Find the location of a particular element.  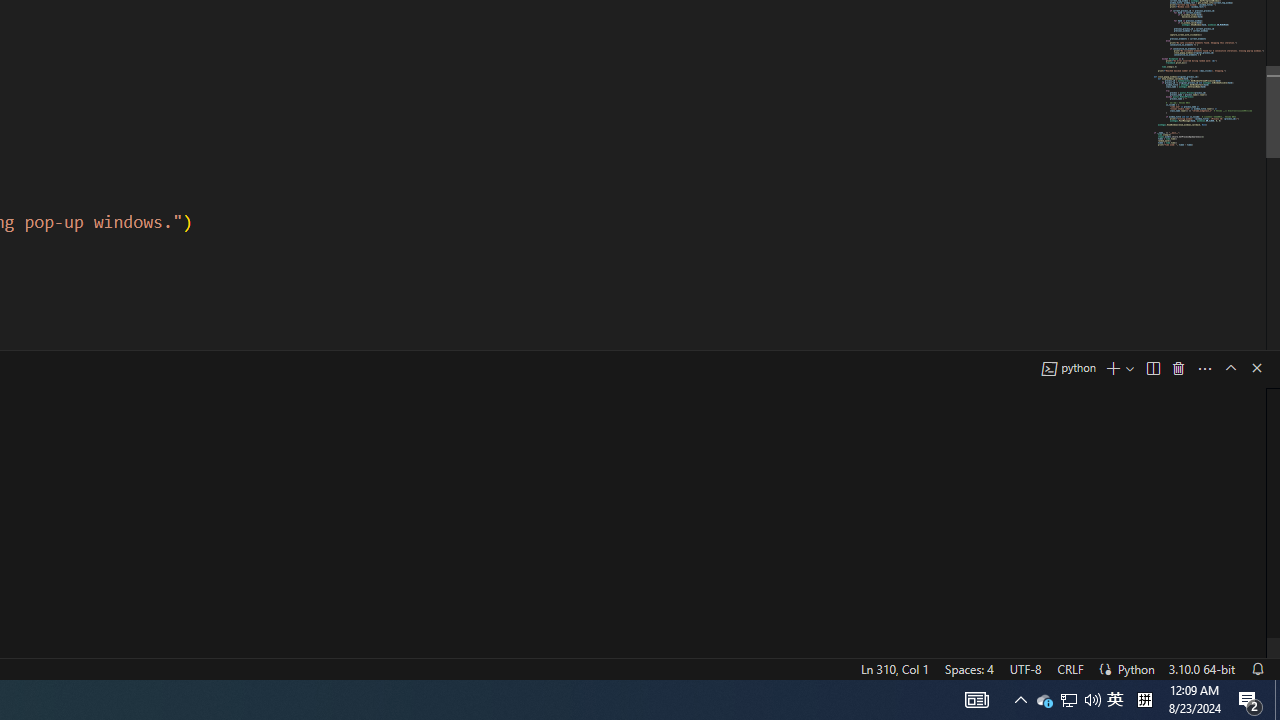

'Ln 310, Col 1' is located at coordinates (893, 668).